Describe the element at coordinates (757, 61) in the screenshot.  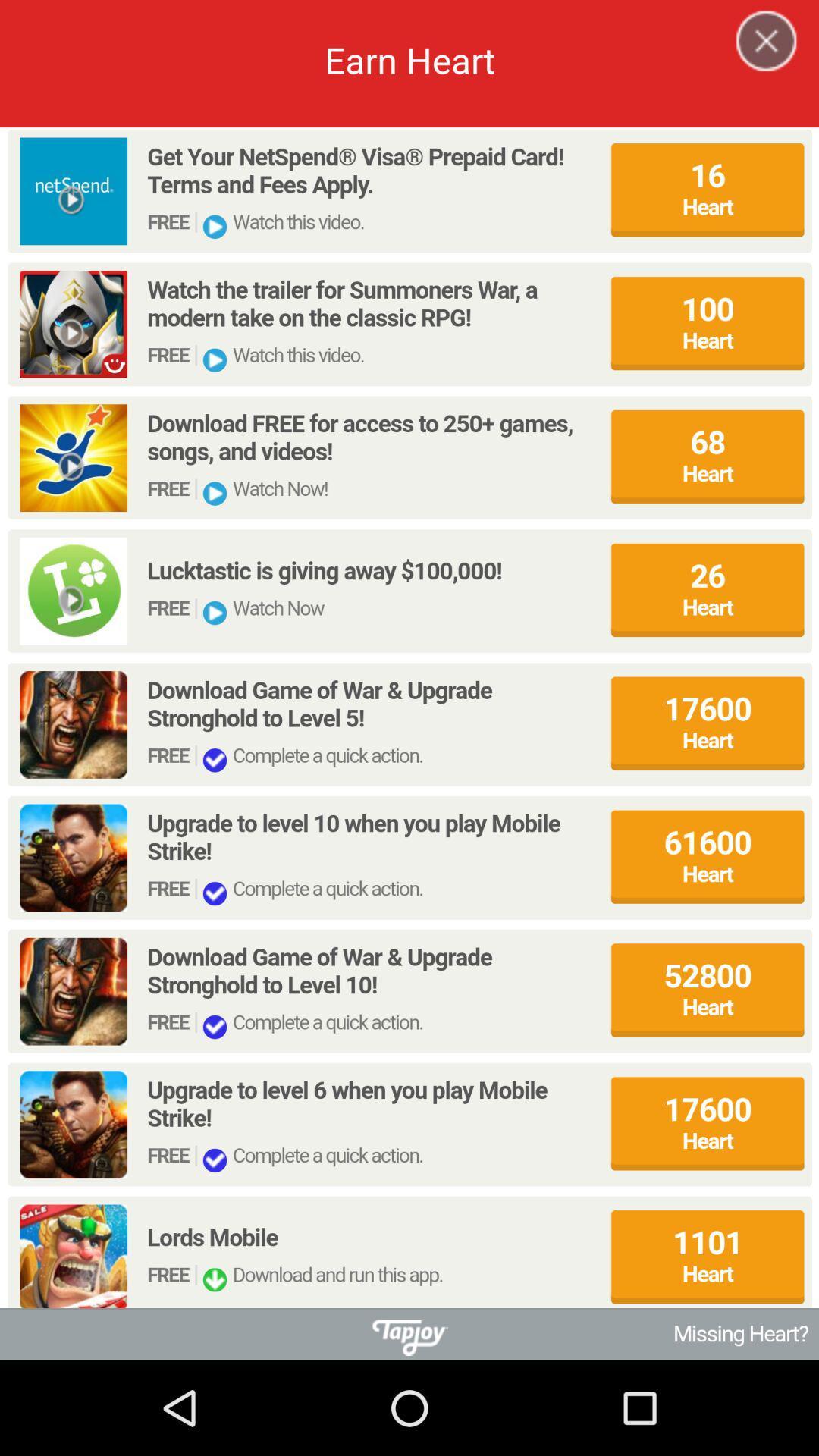
I see `the close icon` at that location.